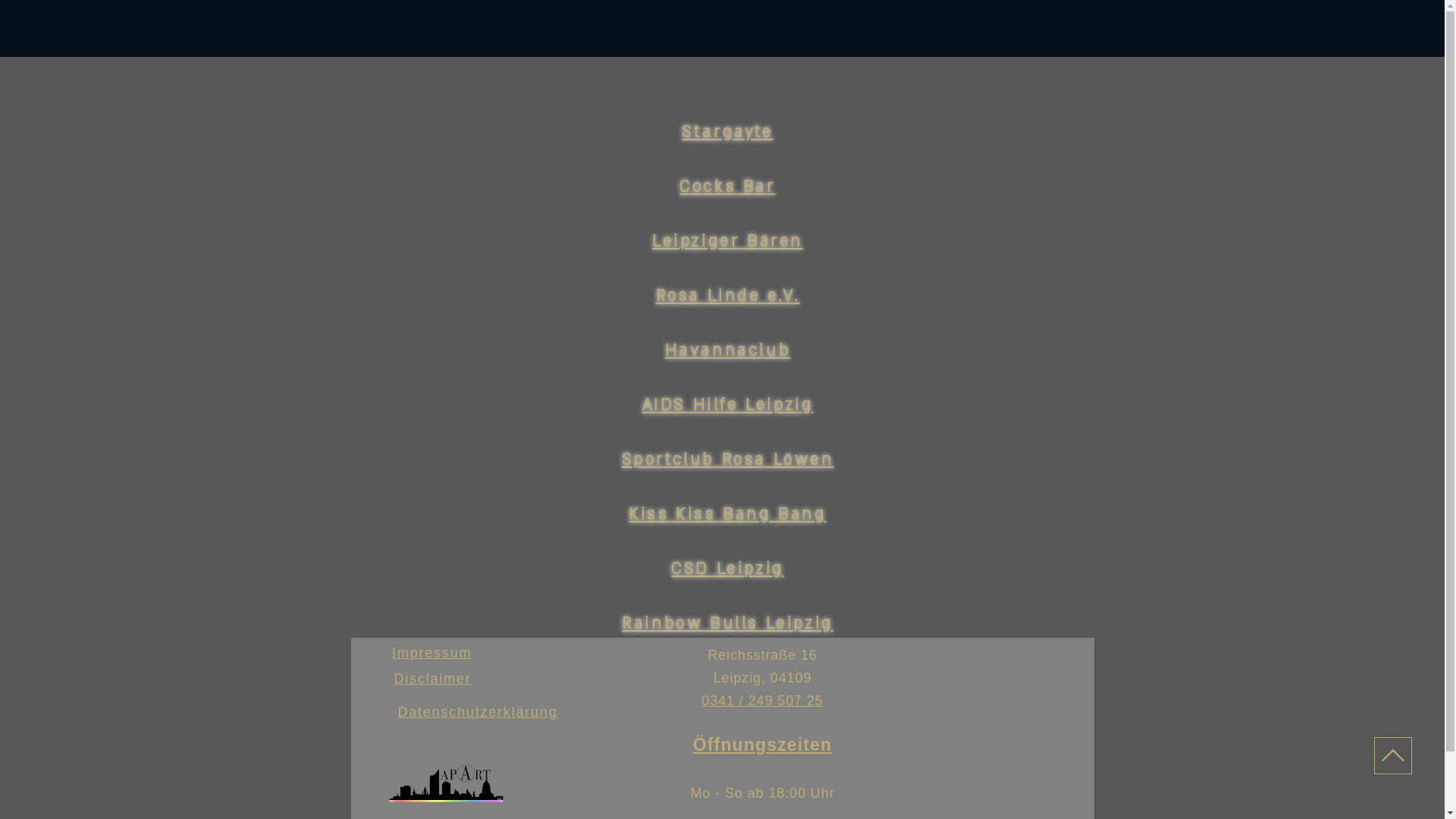  Describe the element at coordinates (728, 404) in the screenshot. I see `'AIDS Hilfe Leipzig'` at that location.